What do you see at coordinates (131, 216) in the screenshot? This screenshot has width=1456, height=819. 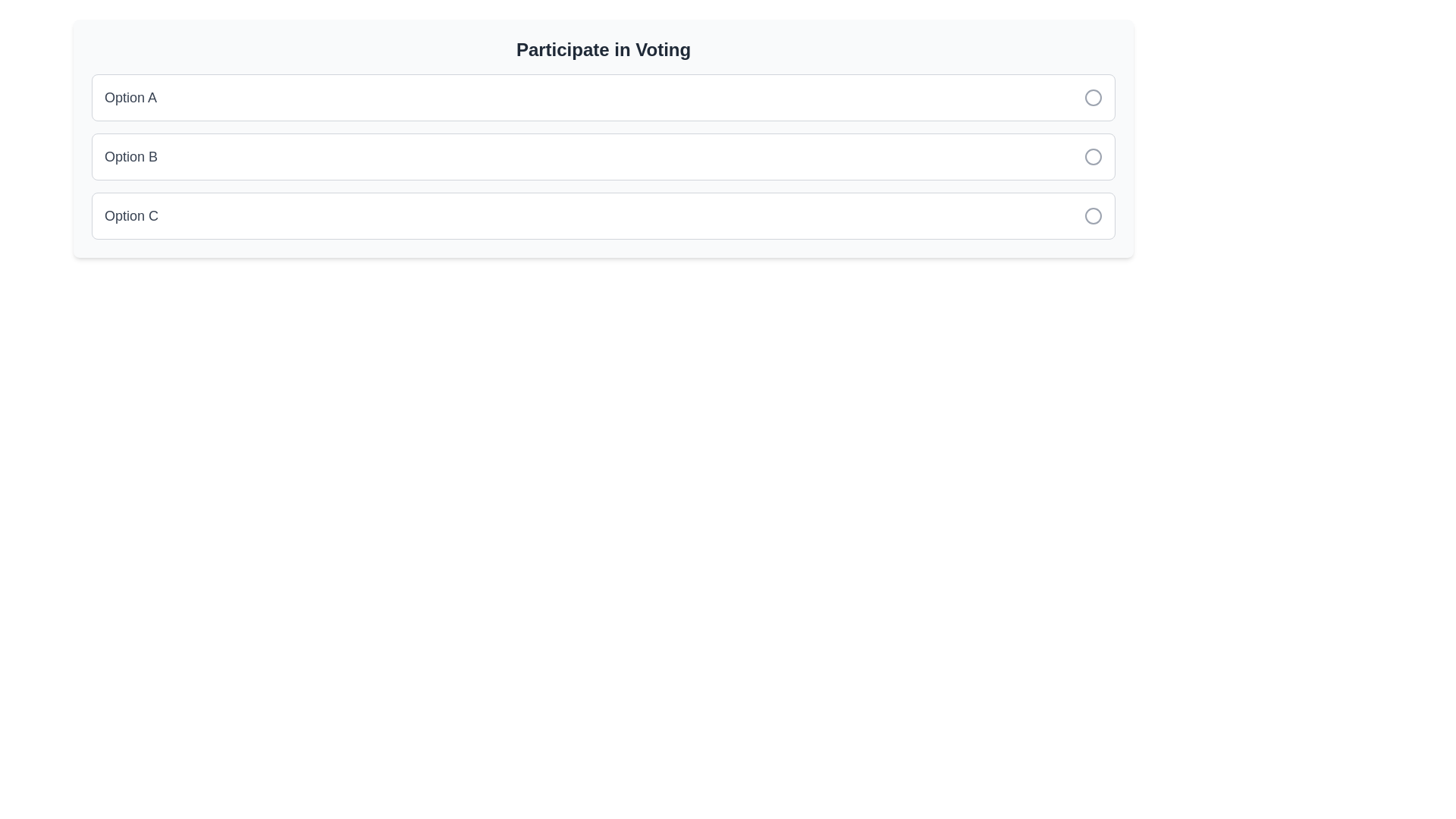 I see `text content of the Text Label displaying 'Option C' located in the third row of a vertically aligned list` at bounding box center [131, 216].